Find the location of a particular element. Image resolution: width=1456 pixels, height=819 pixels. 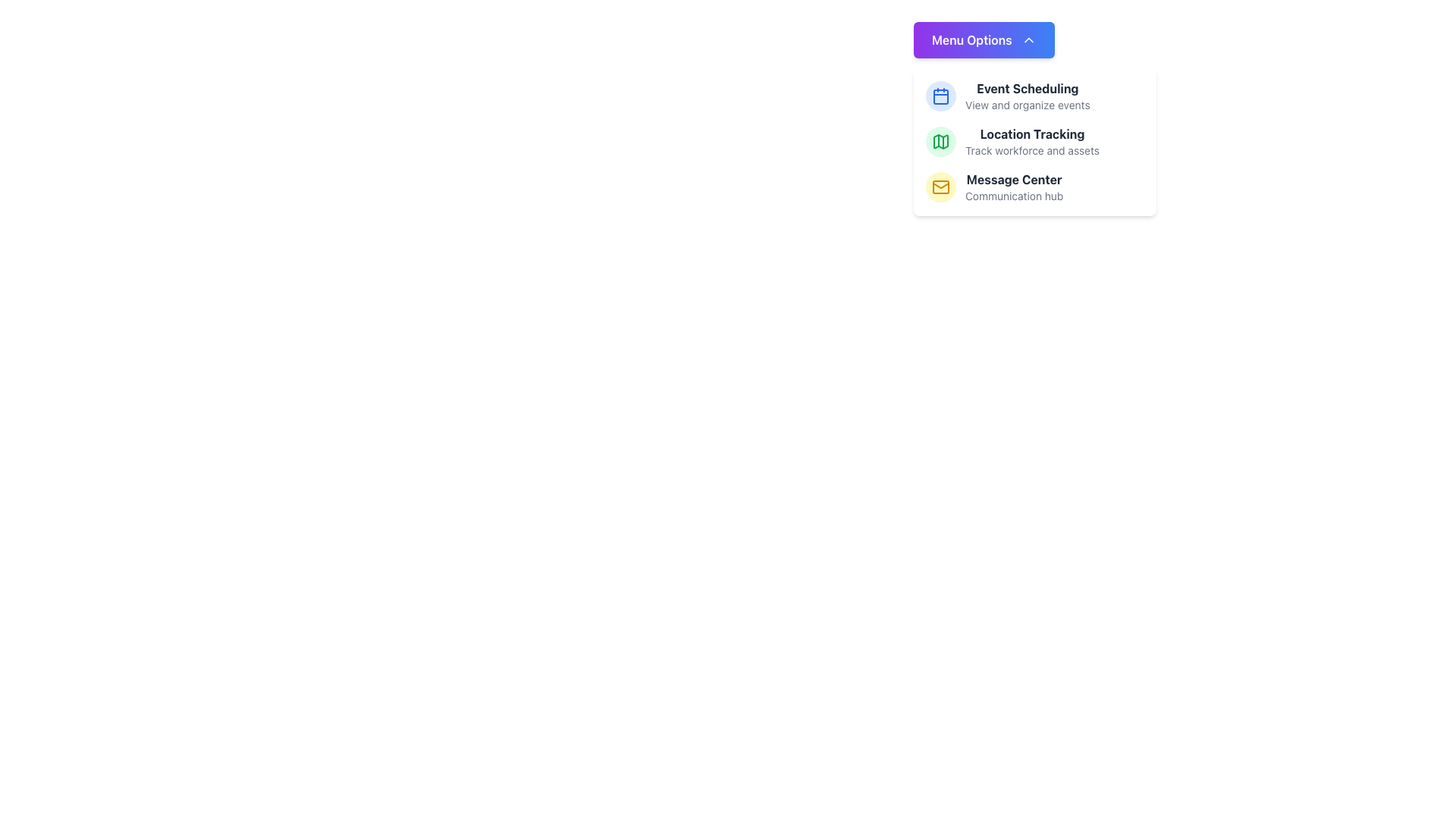

the vibrant green map-shaped icon located within the second list item of the 'Menu Options' vertical menu is located at coordinates (940, 141).